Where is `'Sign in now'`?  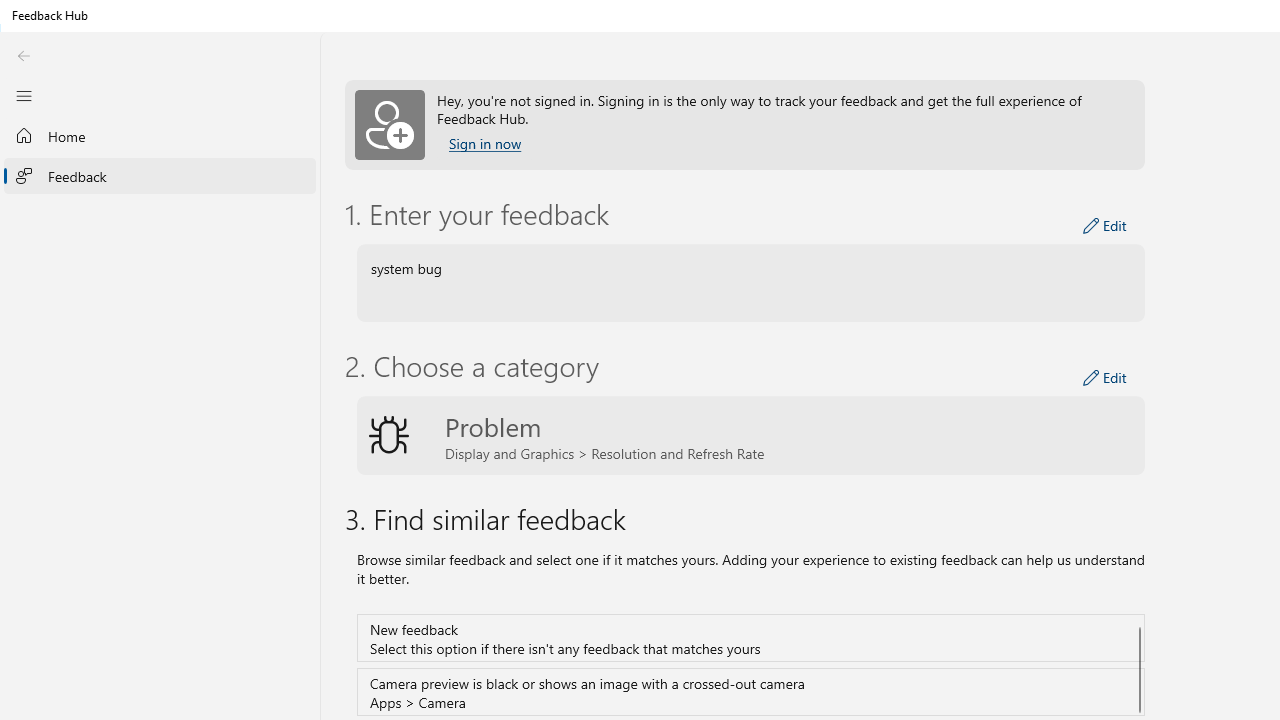
'Sign in now' is located at coordinates (485, 143).